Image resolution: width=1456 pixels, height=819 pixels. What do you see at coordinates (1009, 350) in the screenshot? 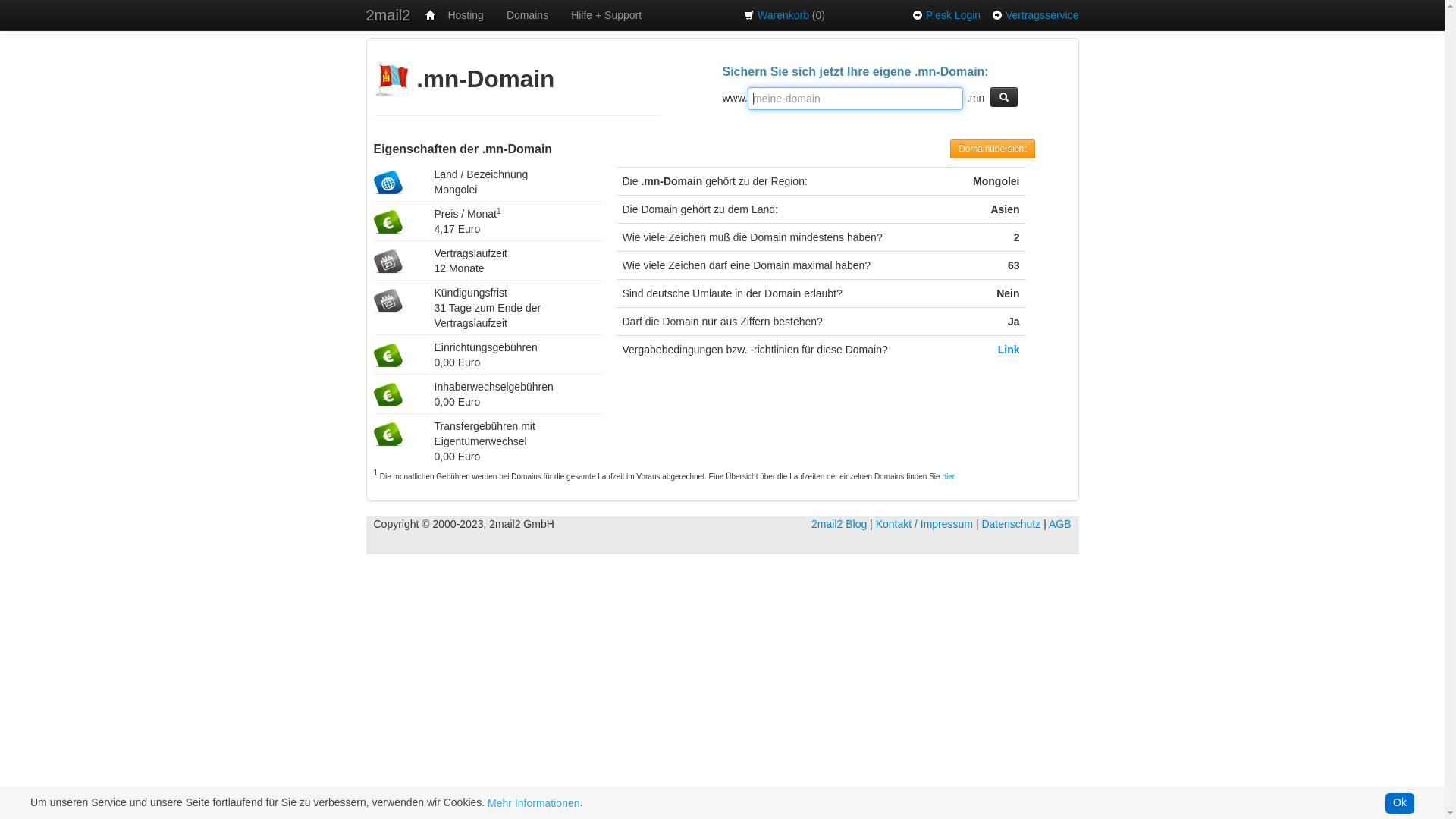
I see `'Link'` at bounding box center [1009, 350].